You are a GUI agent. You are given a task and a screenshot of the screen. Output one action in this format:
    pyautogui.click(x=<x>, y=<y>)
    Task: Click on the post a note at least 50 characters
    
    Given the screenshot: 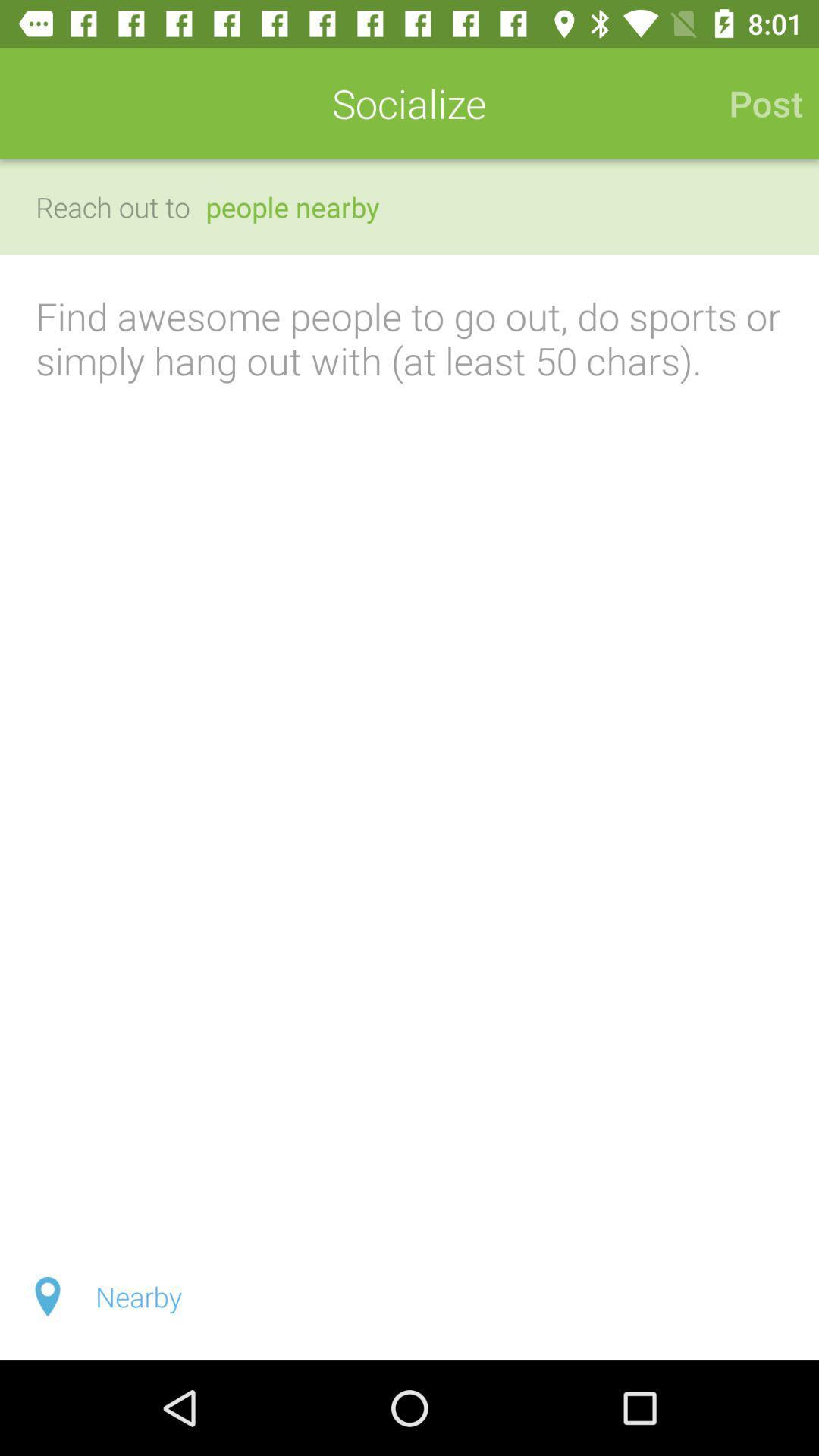 What is the action you would take?
    pyautogui.click(x=409, y=743)
    